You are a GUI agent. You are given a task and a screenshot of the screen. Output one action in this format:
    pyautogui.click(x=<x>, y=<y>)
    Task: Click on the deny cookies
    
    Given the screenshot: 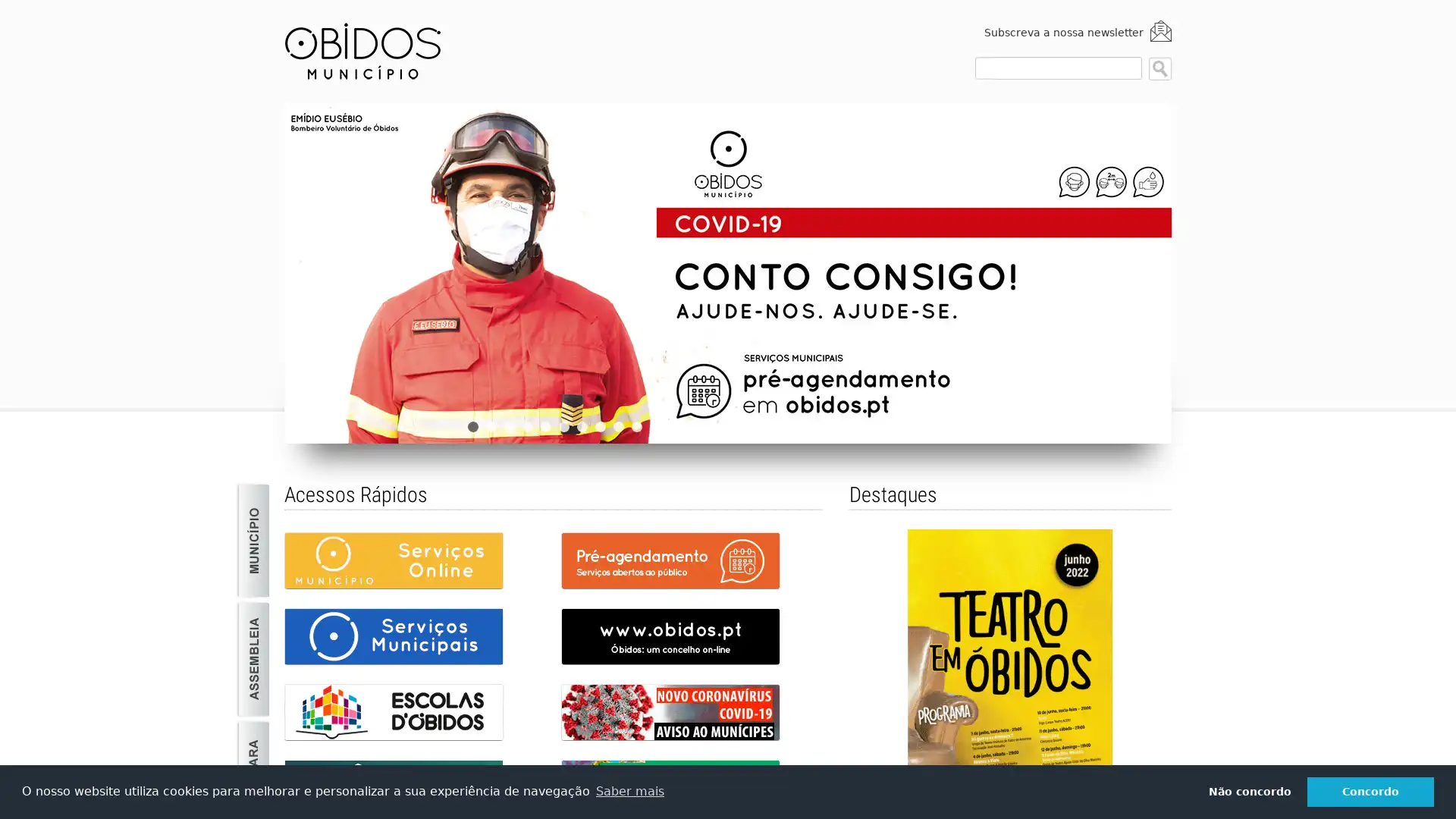 What is the action you would take?
    pyautogui.click(x=1249, y=791)
    